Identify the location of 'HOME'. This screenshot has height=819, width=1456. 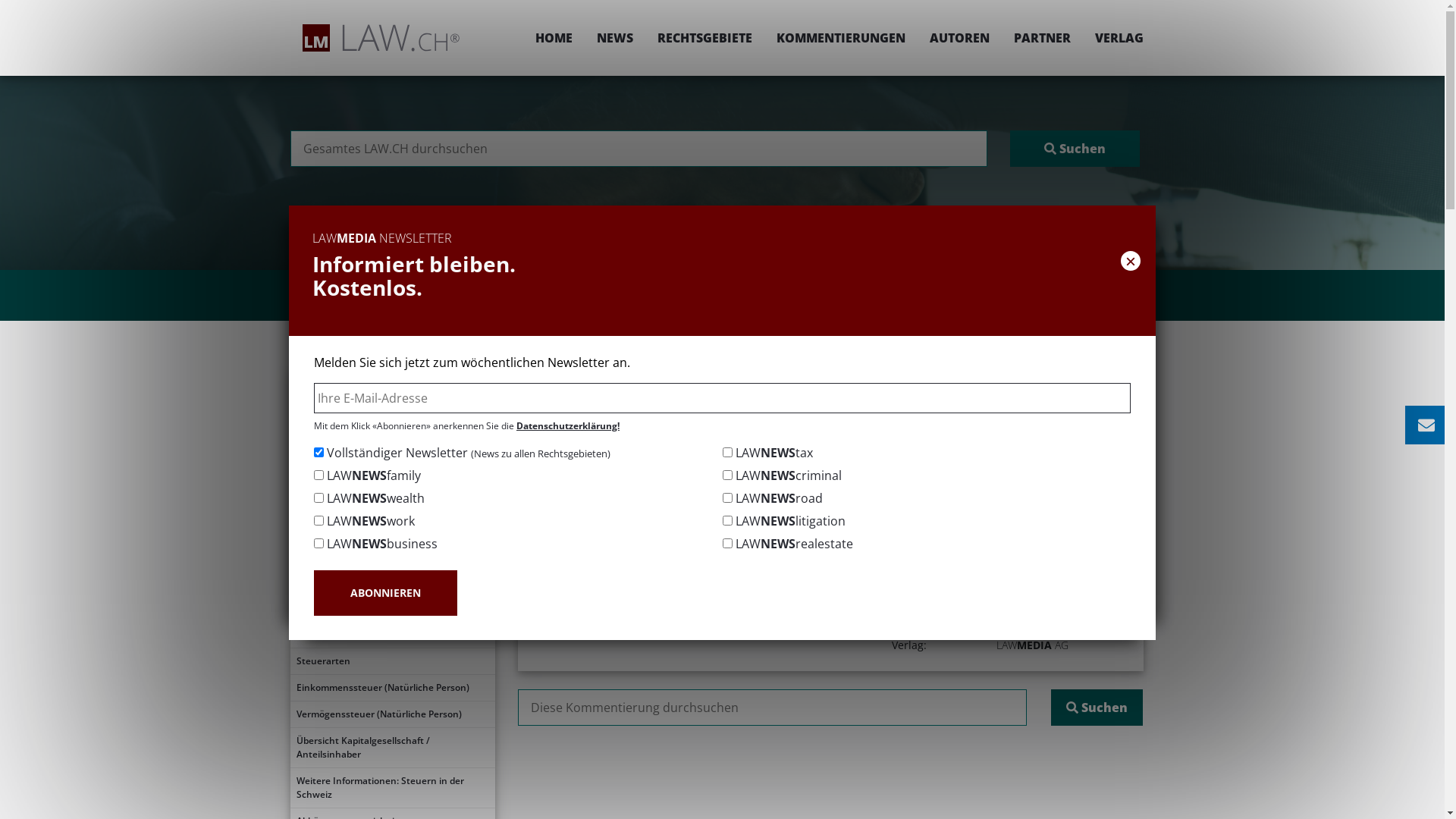
(553, 37).